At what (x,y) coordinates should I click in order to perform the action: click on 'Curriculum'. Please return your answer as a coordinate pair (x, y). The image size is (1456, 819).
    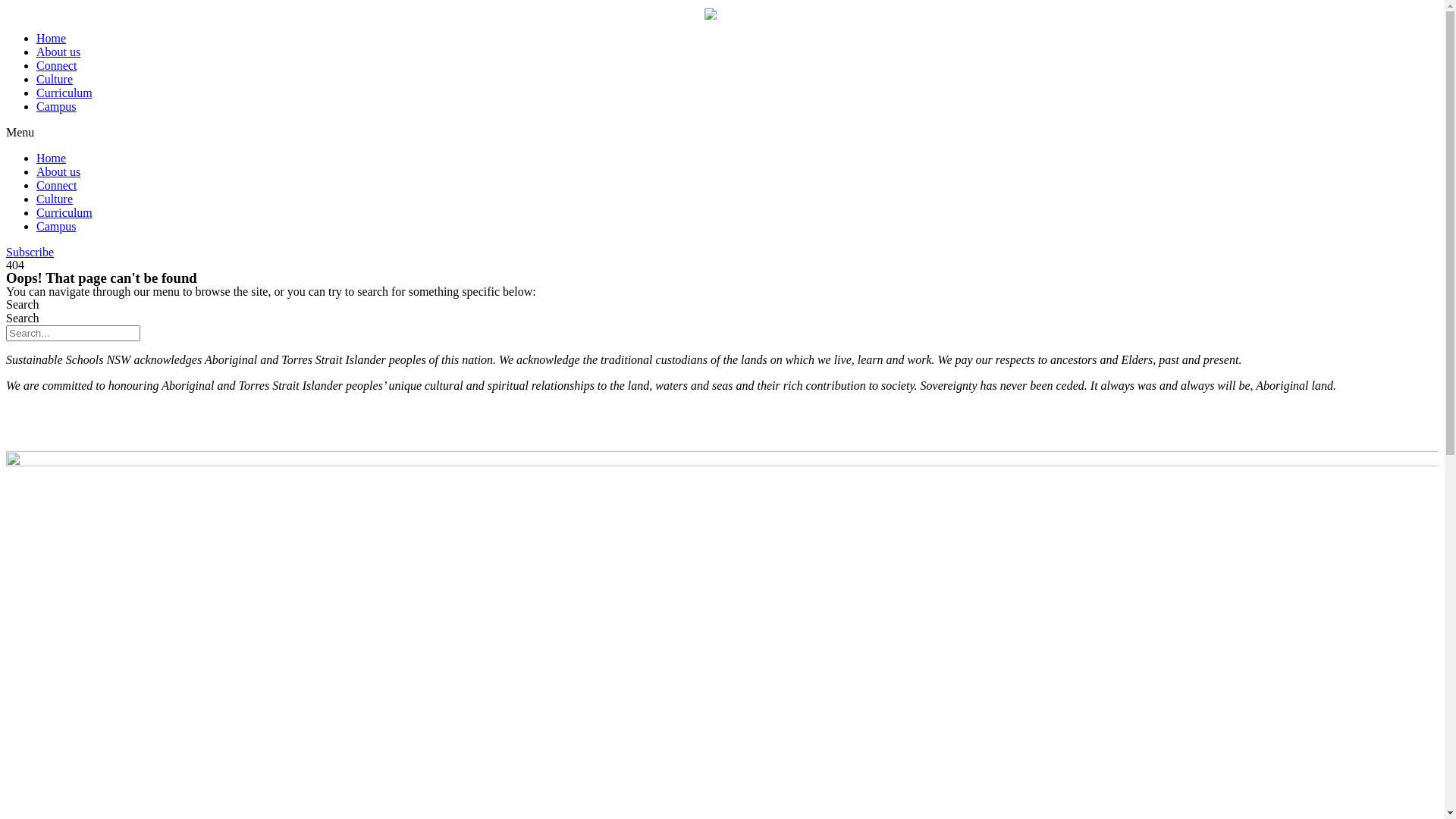
    Looking at the image, I should click on (64, 93).